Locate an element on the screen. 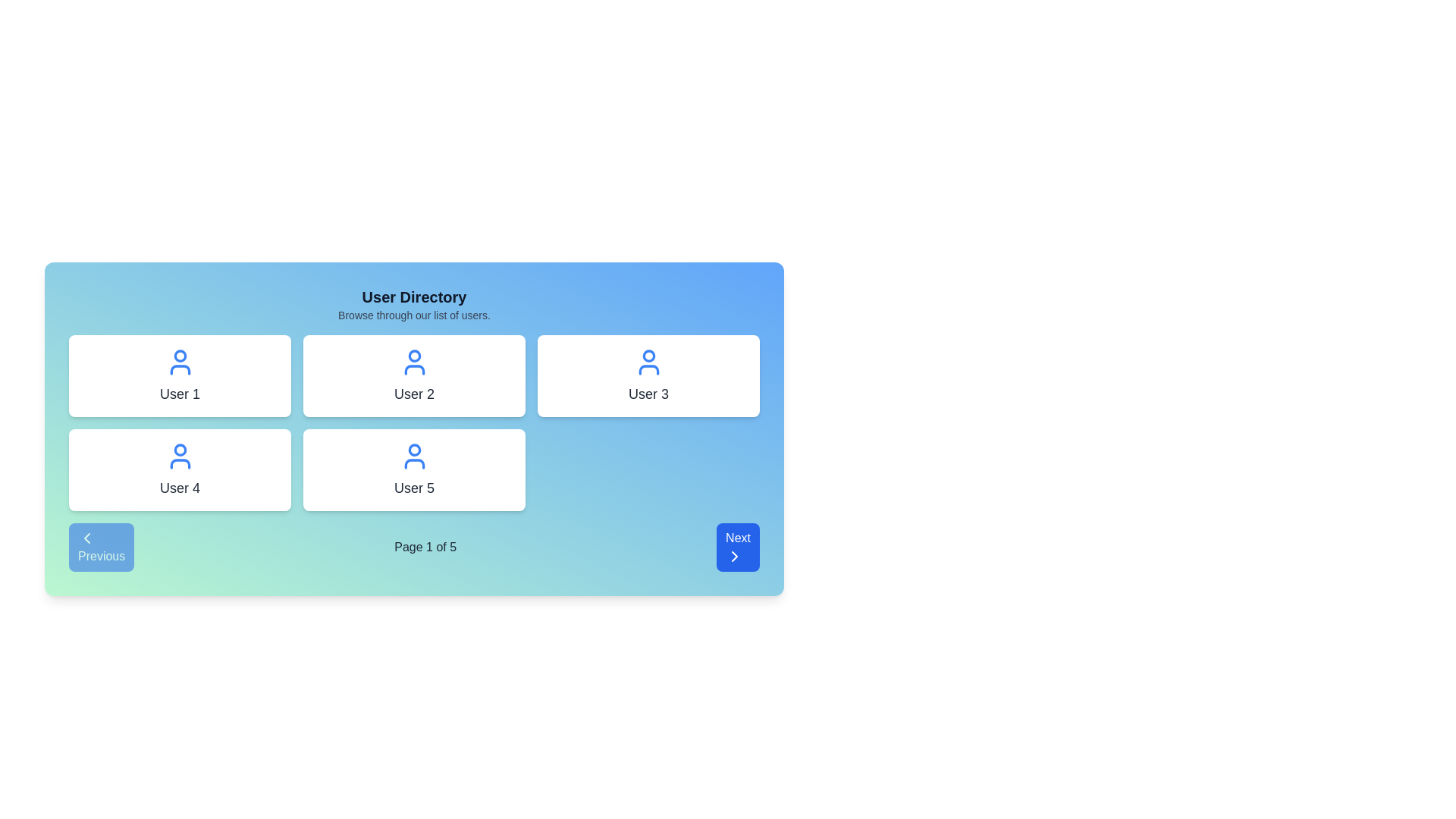  the user avatar icon, which is a circular SVG element representing 'User 1' in the user directory interface, located in the first row and first column of the grid layout is located at coordinates (180, 356).